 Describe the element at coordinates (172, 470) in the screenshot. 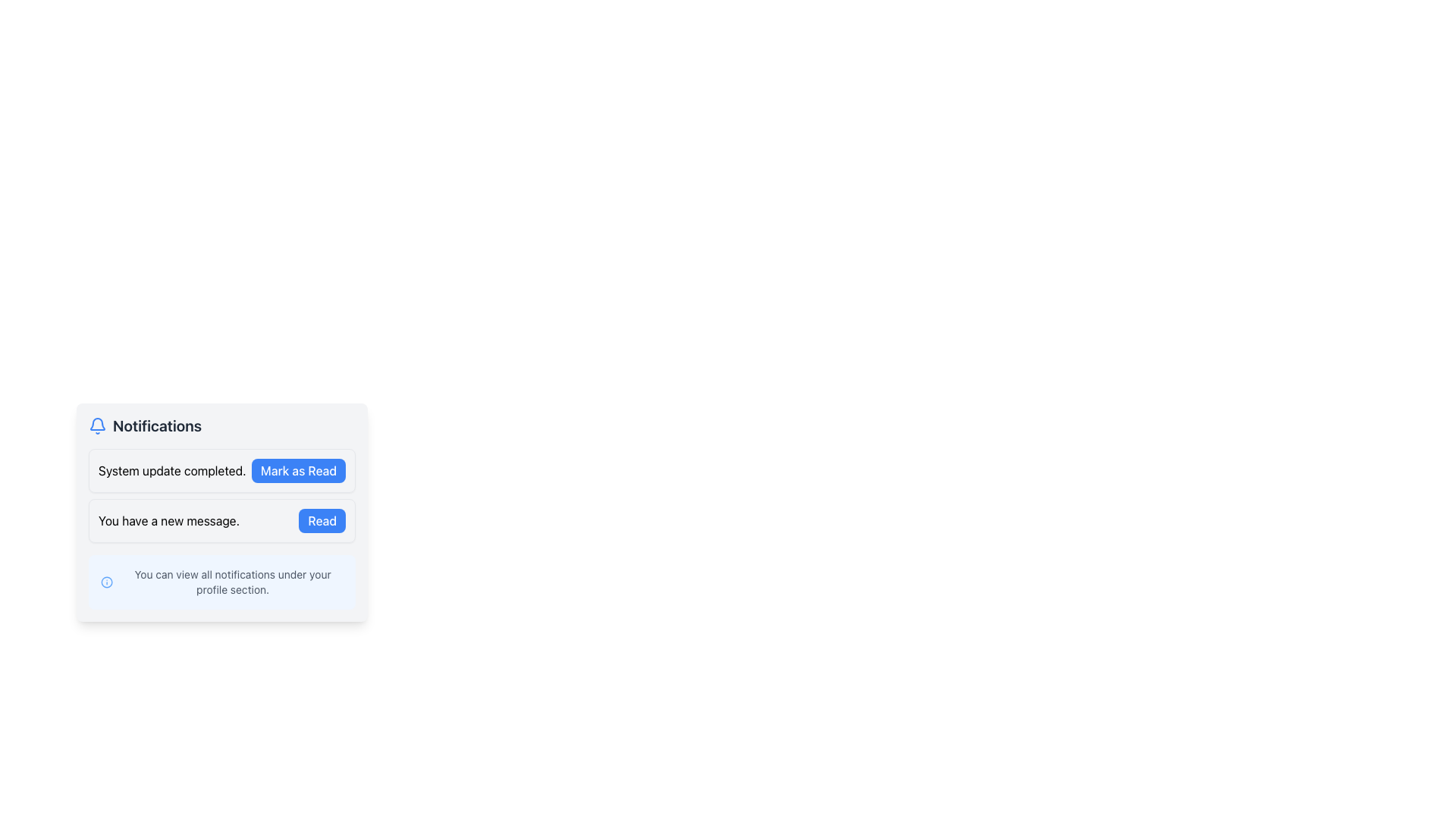

I see `text displayed in the text label that shows 'System update completed.' located in the first notification block below the title 'Notifications'` at that location.